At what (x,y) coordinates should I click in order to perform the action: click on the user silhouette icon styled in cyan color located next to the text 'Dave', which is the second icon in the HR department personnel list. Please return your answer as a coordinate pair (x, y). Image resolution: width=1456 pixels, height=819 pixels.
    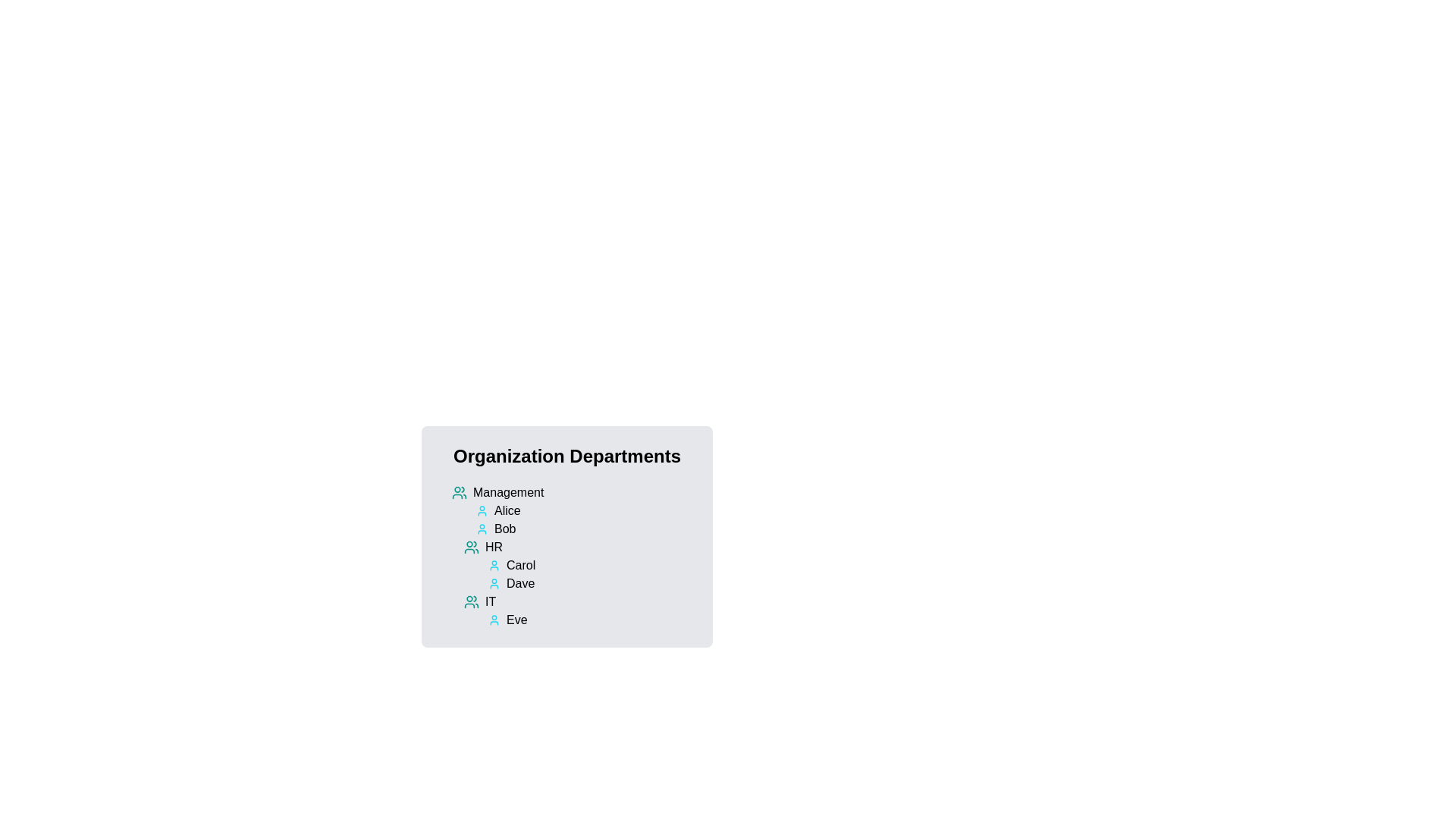
    Looking at the image, I should click on (494, 583).